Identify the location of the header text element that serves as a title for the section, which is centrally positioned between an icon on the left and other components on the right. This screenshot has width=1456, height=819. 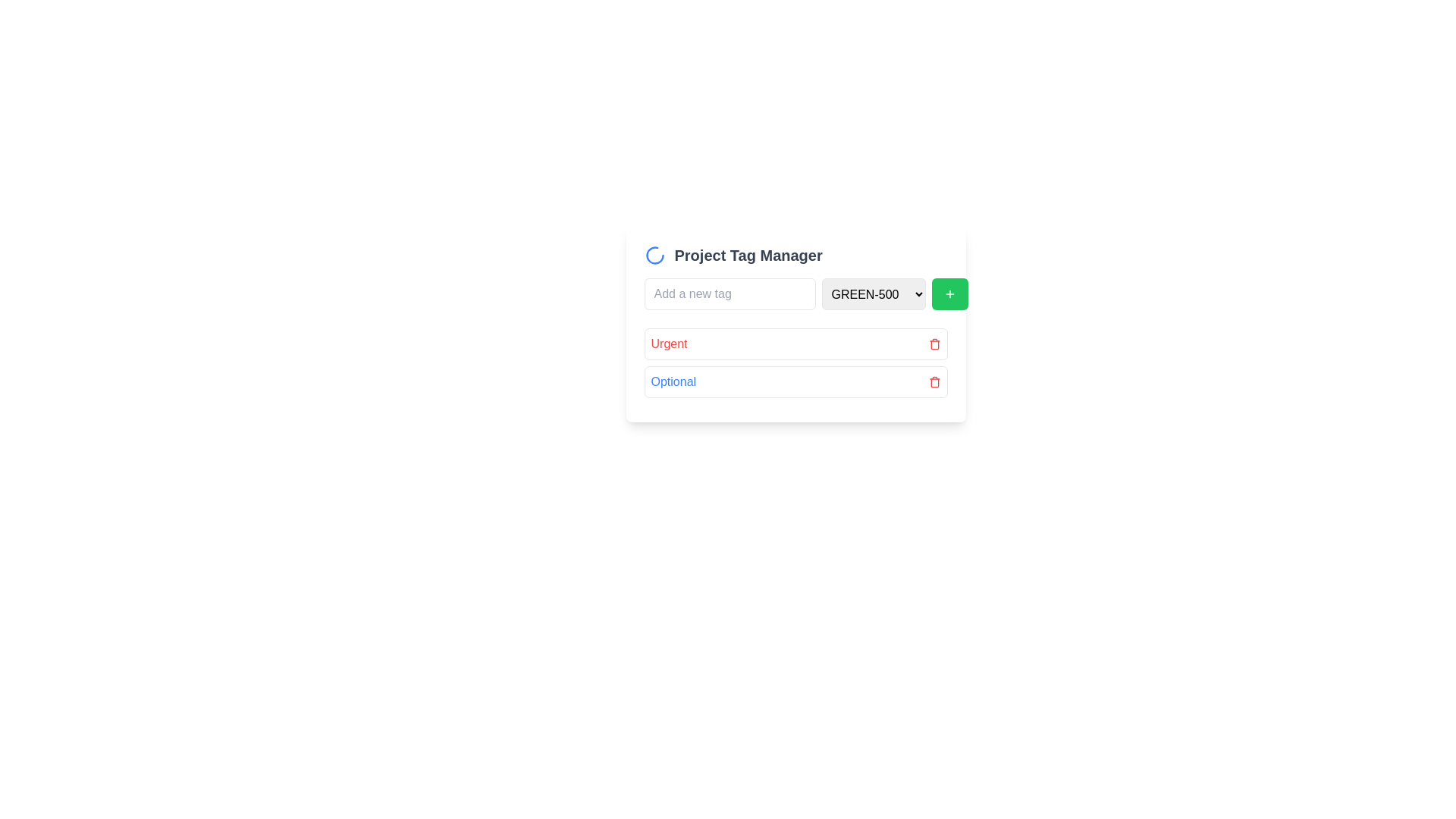
(748, 254).